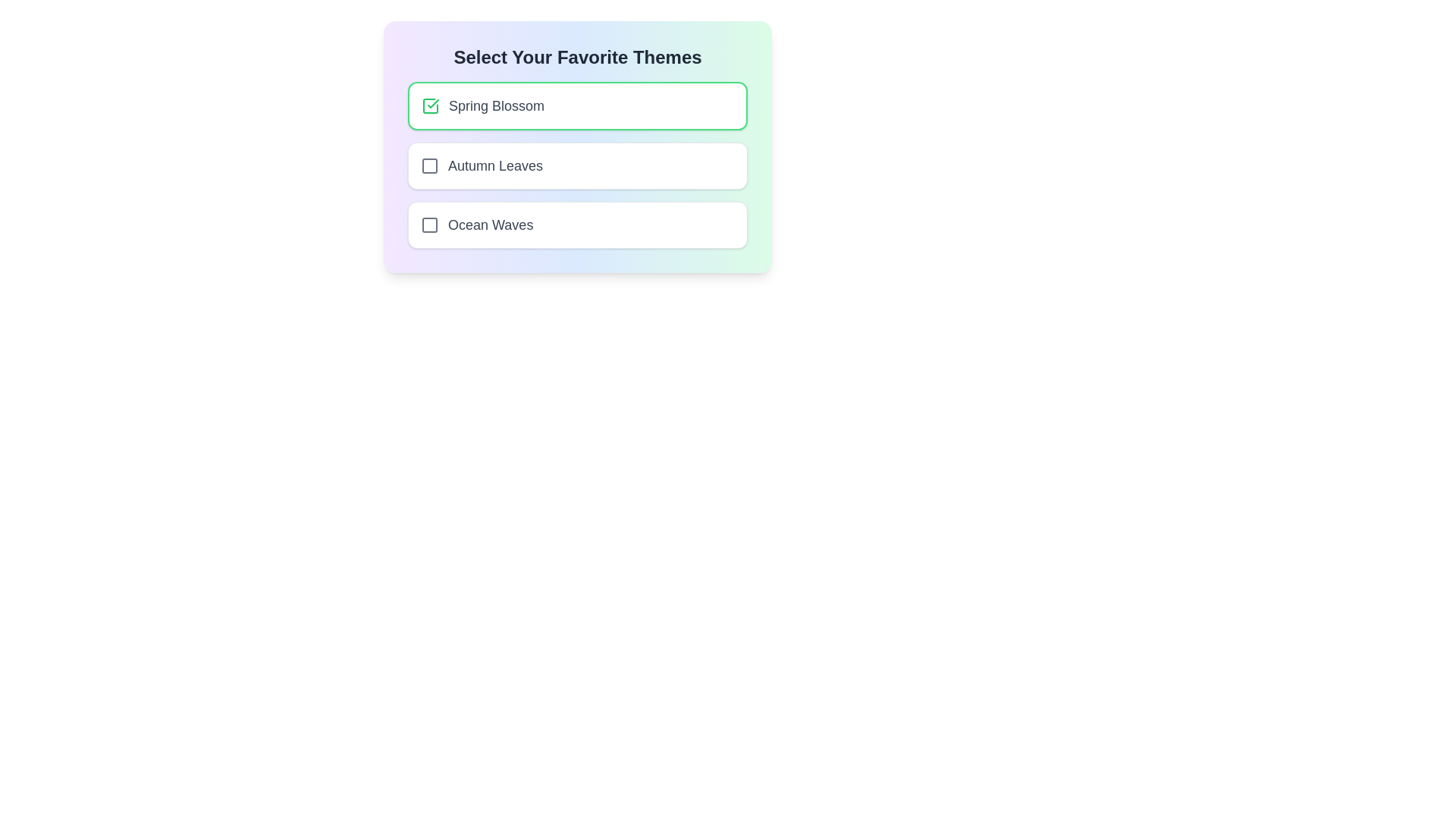  I want to click on the theme Autumn Leaves by clicking on its checkbox or label, so click(577, 166).